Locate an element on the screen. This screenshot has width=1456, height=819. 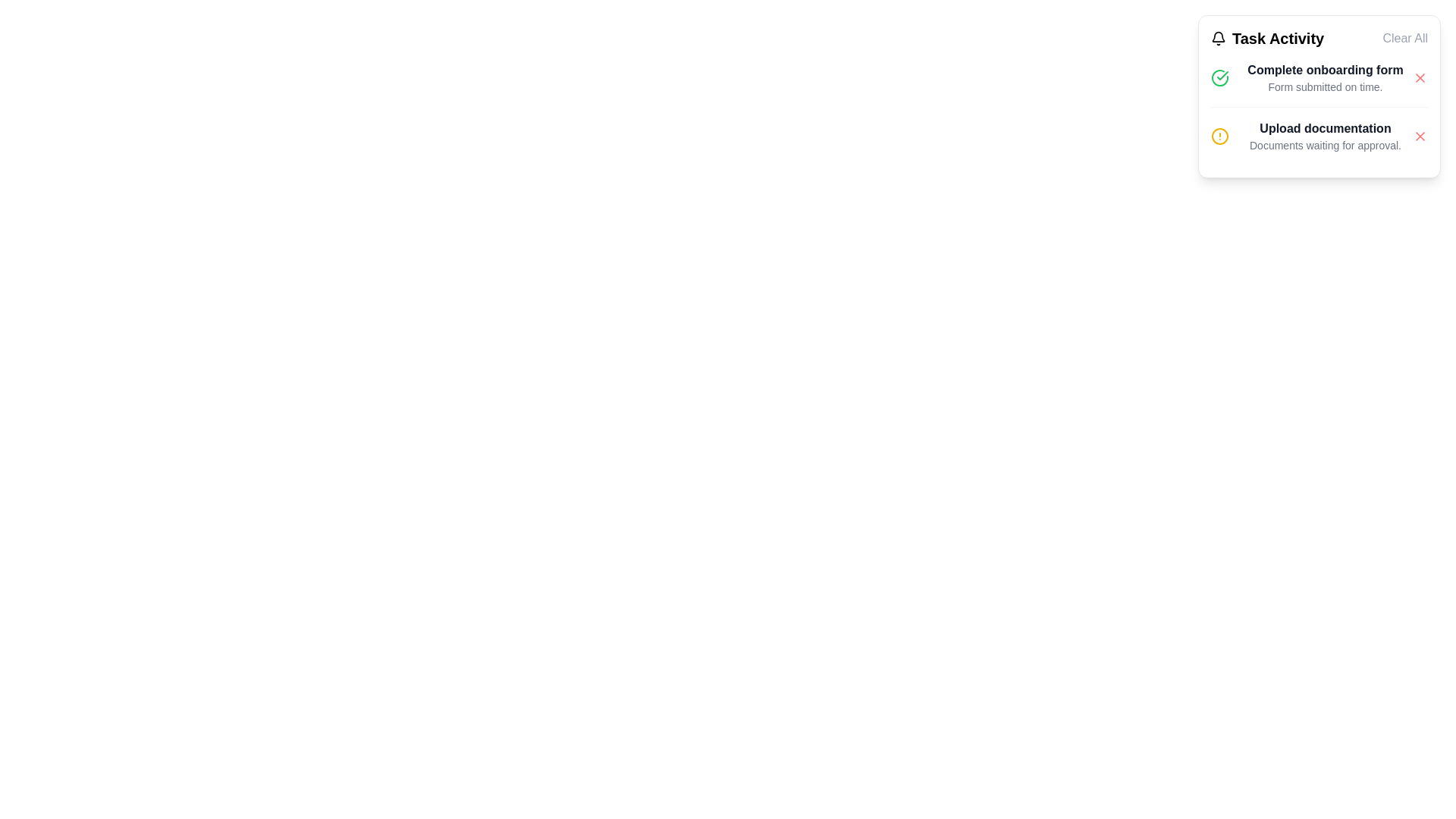
the 'Task Activity' header, which is a large, bold text element indicating notifications, located at the top-left corner of its card-like structure is located at coordinates (1267, 37).